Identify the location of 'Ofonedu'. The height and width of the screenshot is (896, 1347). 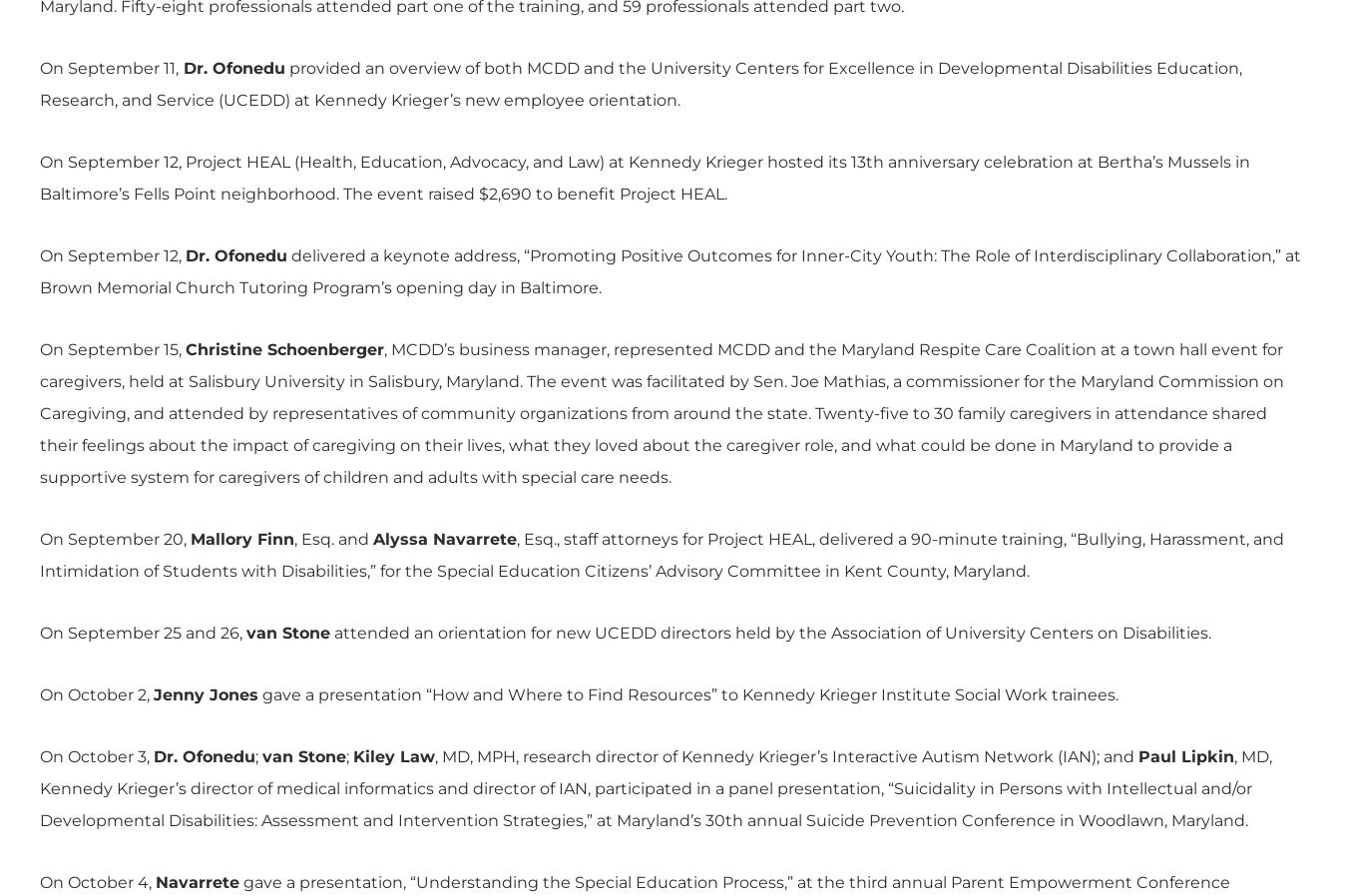
(213, 67).